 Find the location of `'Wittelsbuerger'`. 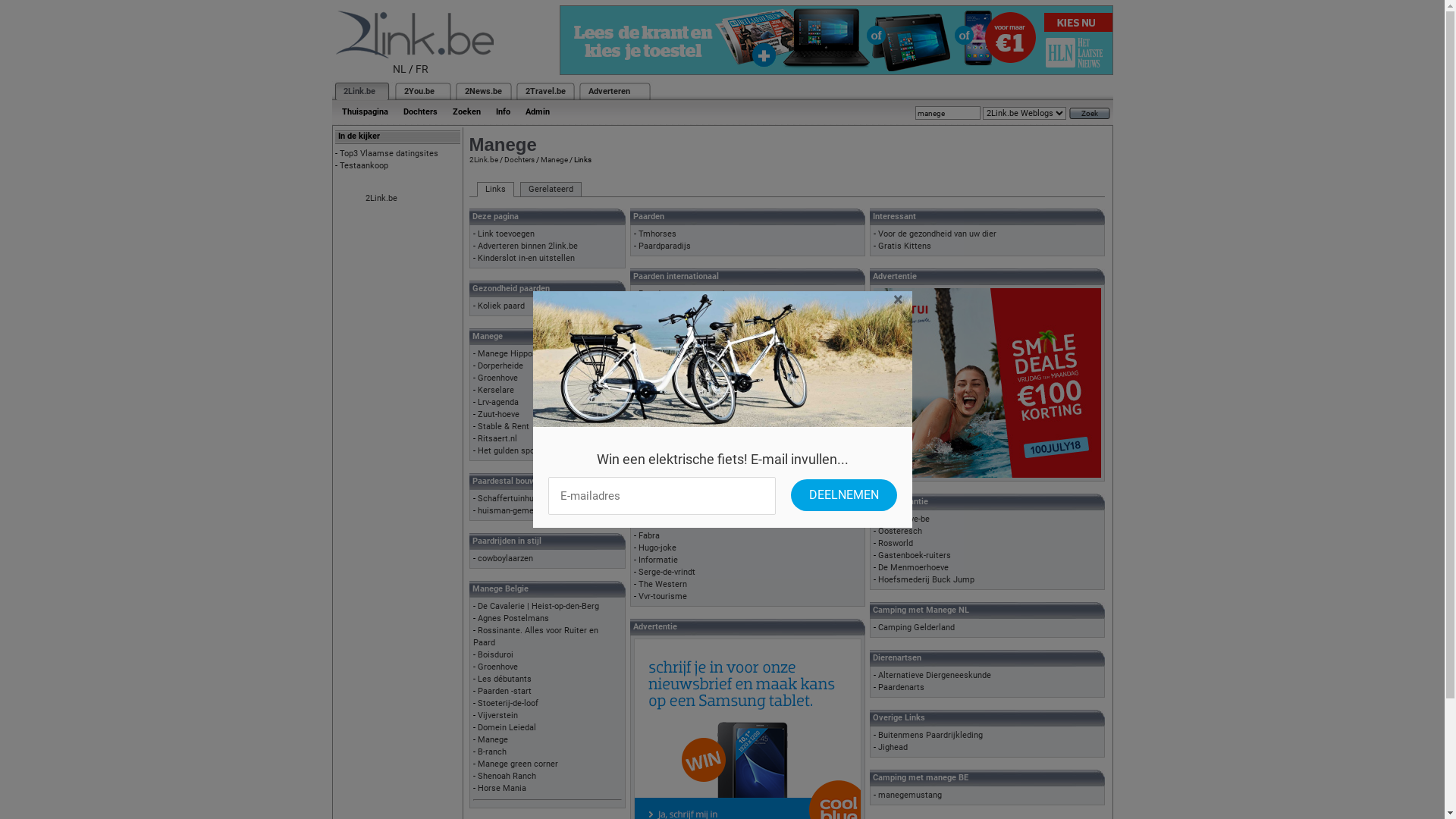

'Wittelsbuerger' is located at coordinates (666, 390).